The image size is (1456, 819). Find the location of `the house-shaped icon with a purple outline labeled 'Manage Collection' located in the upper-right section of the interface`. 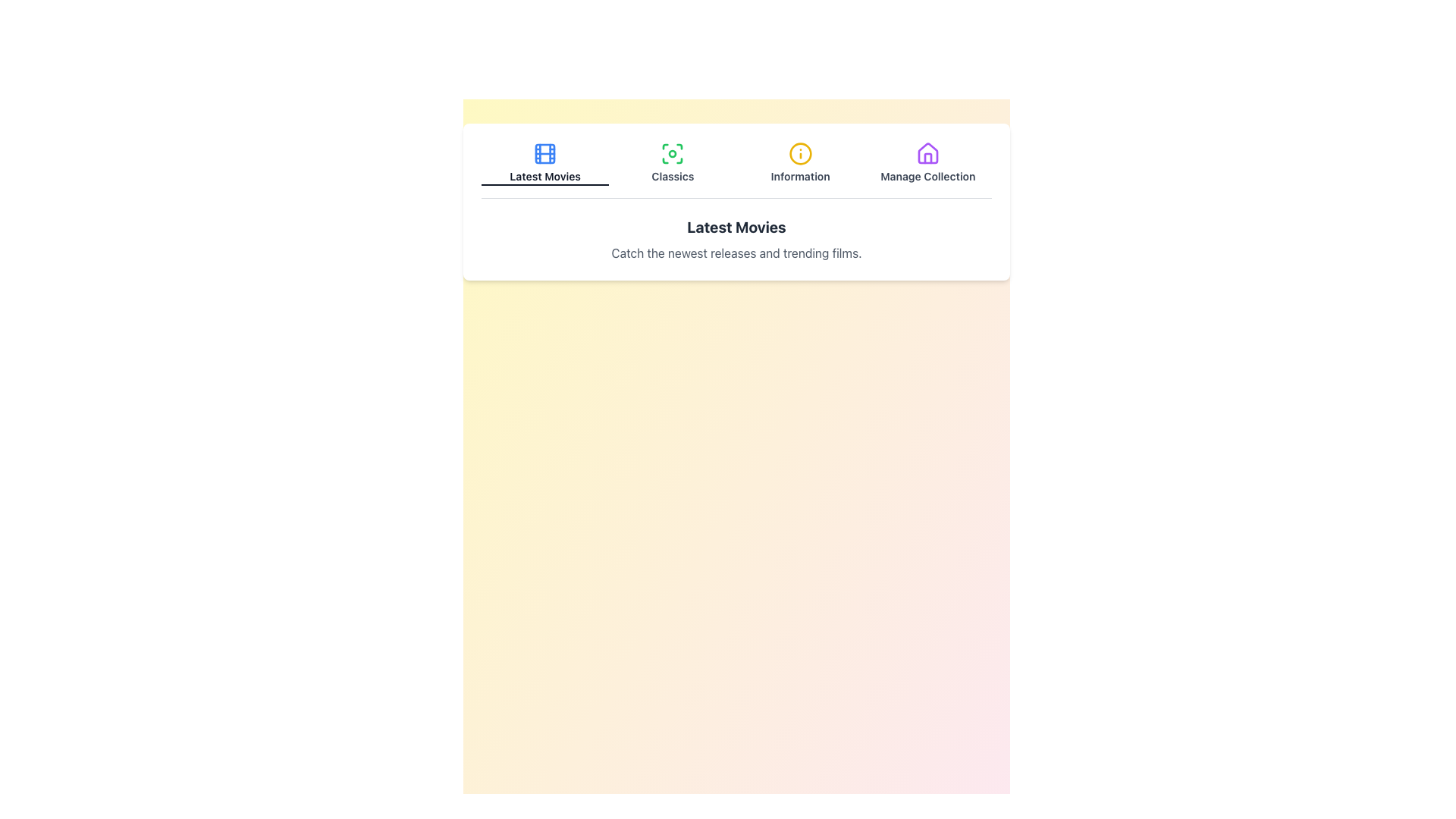

the house-shaped icon with a purple outline labeled 'Manage Collection' located in the upper-right section of the interface is located at coordinates (927, 153).